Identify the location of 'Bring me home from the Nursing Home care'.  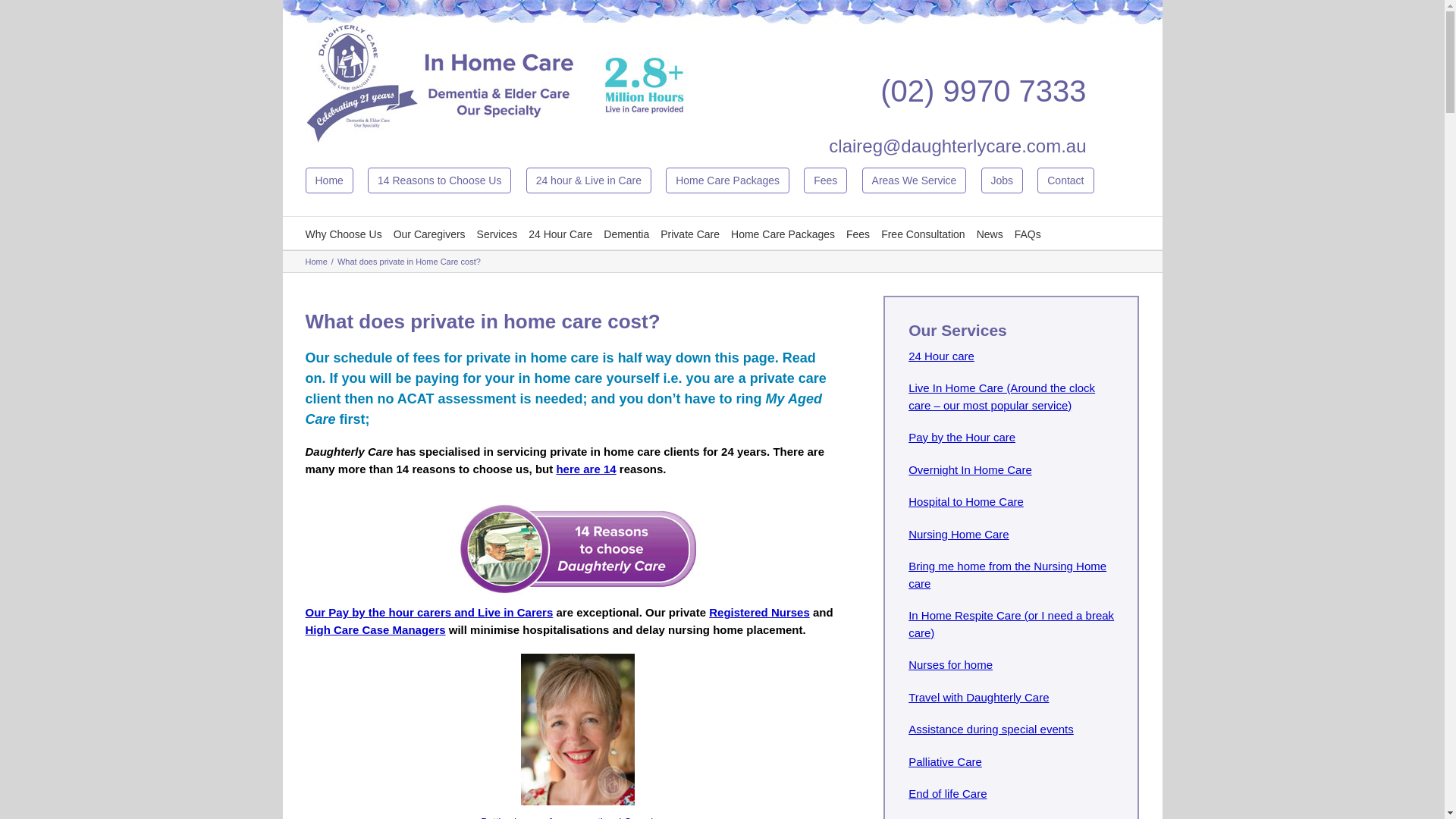
(1007, 575).